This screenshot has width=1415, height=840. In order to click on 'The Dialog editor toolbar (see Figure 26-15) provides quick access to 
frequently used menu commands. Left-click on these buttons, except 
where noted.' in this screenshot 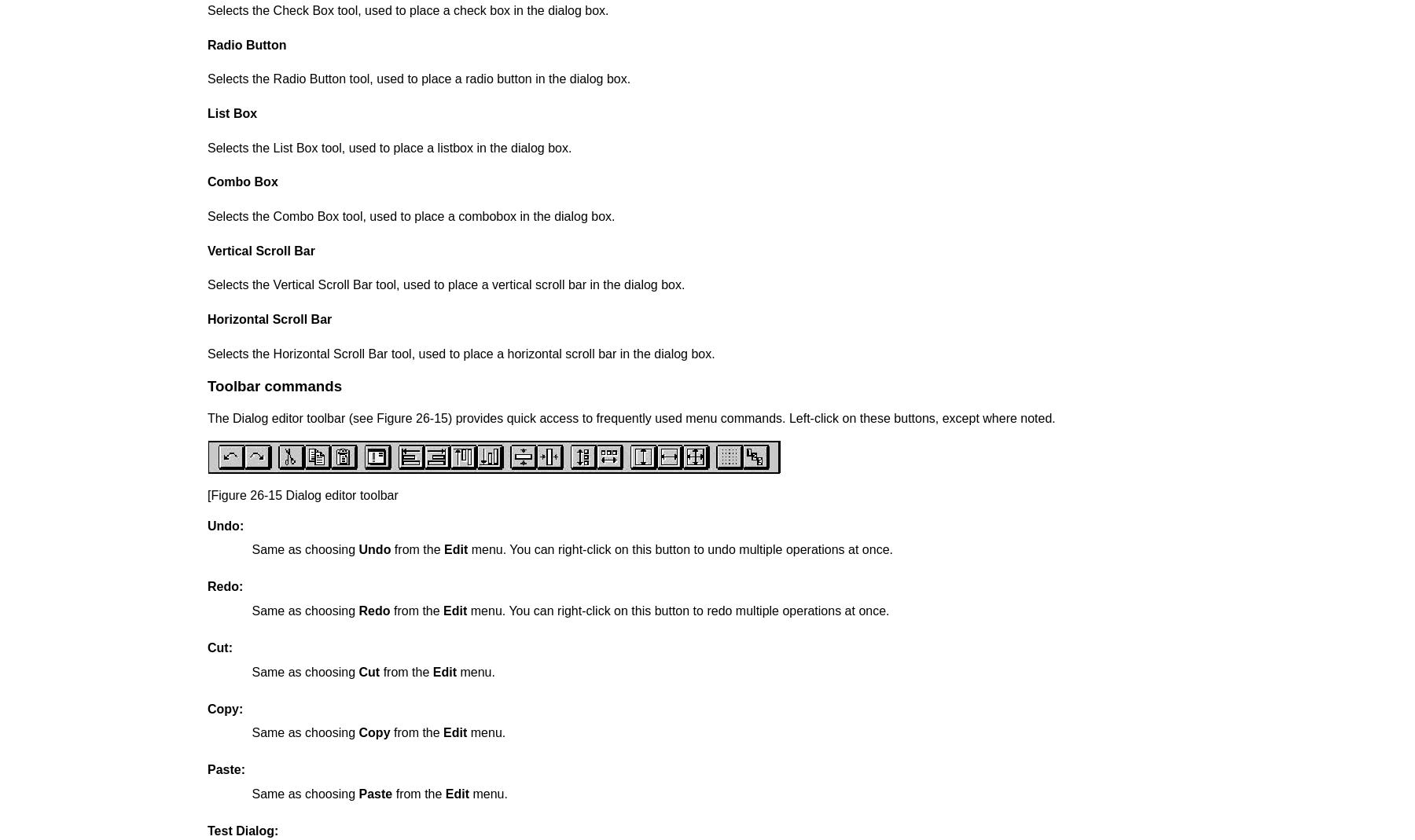, I will do `click(630, 416)`.